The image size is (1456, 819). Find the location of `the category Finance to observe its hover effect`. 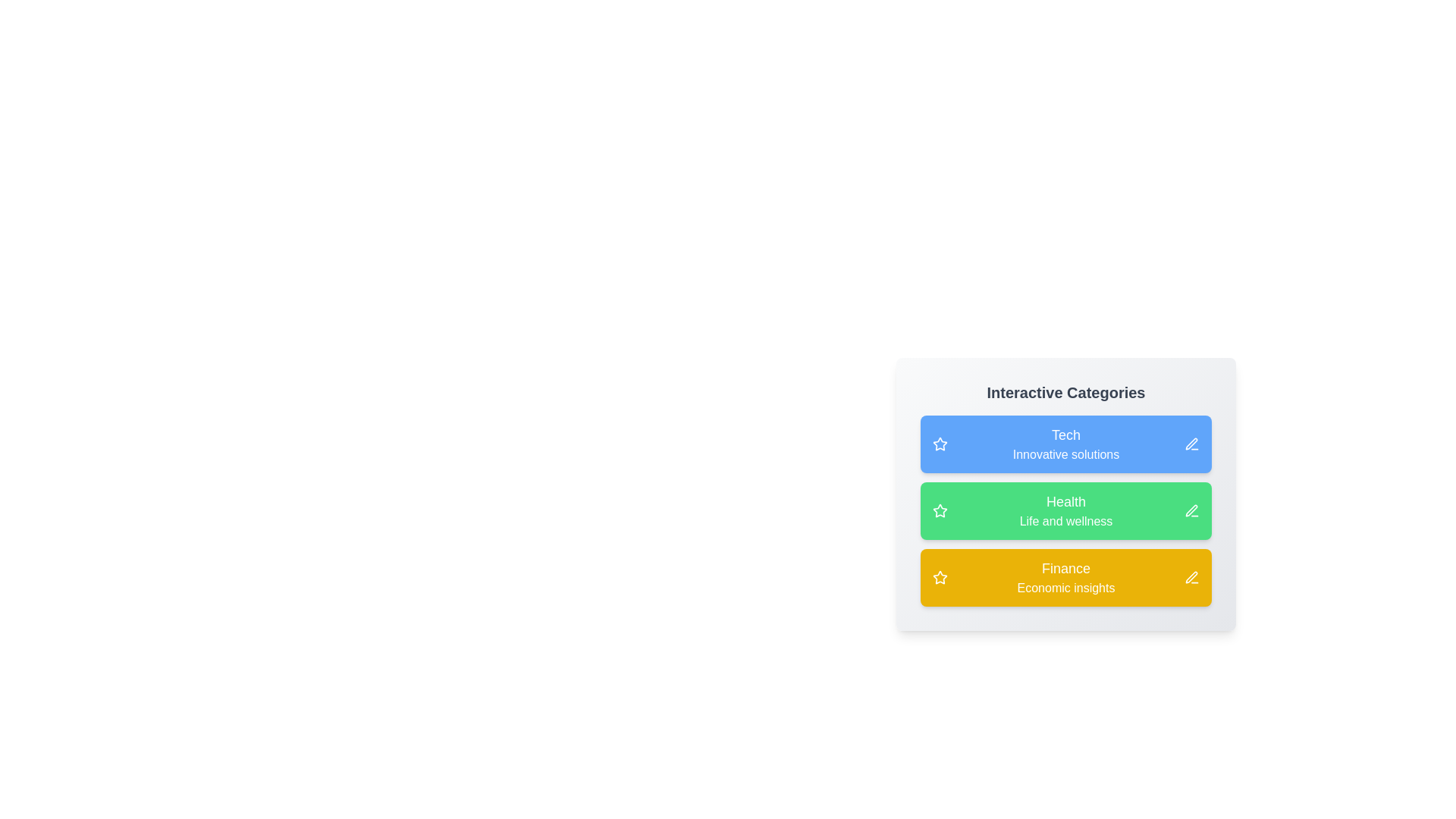

the category Finance to observe its hover effect is located at coordinates (1065, 578).